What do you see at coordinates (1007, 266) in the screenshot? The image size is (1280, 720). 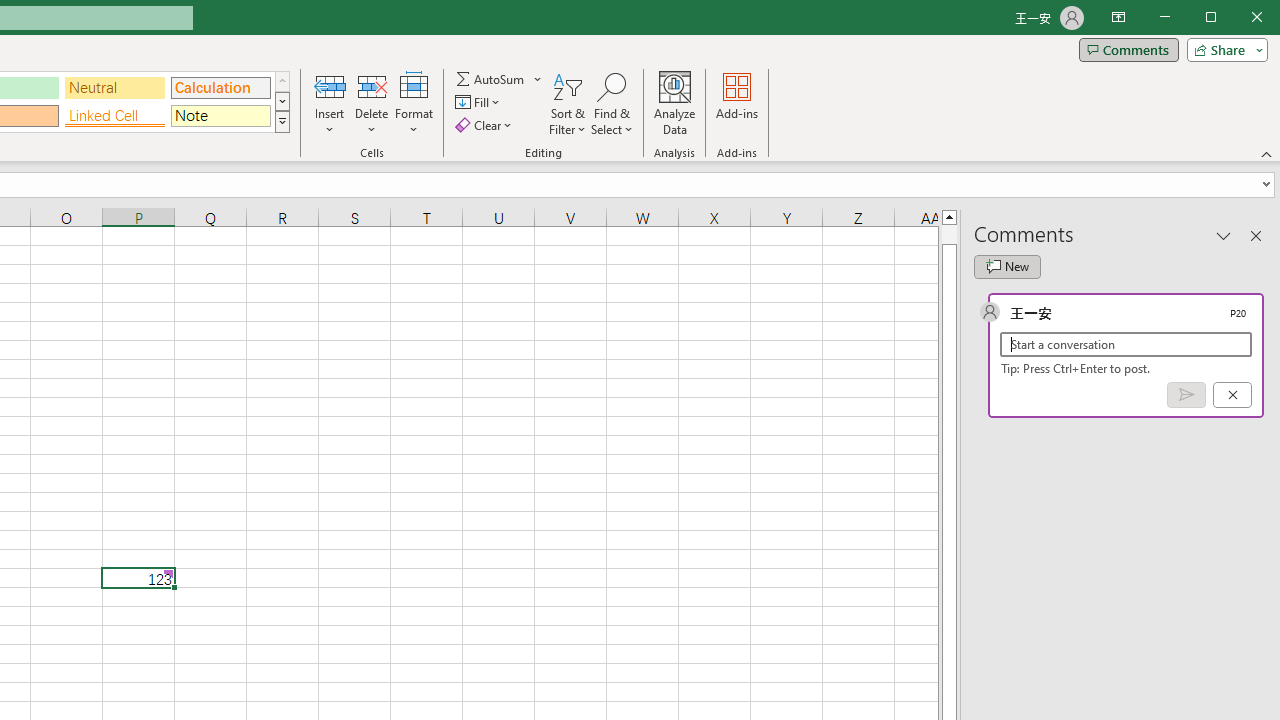 I see `'New comment'` at bounding box center [1007, 266].